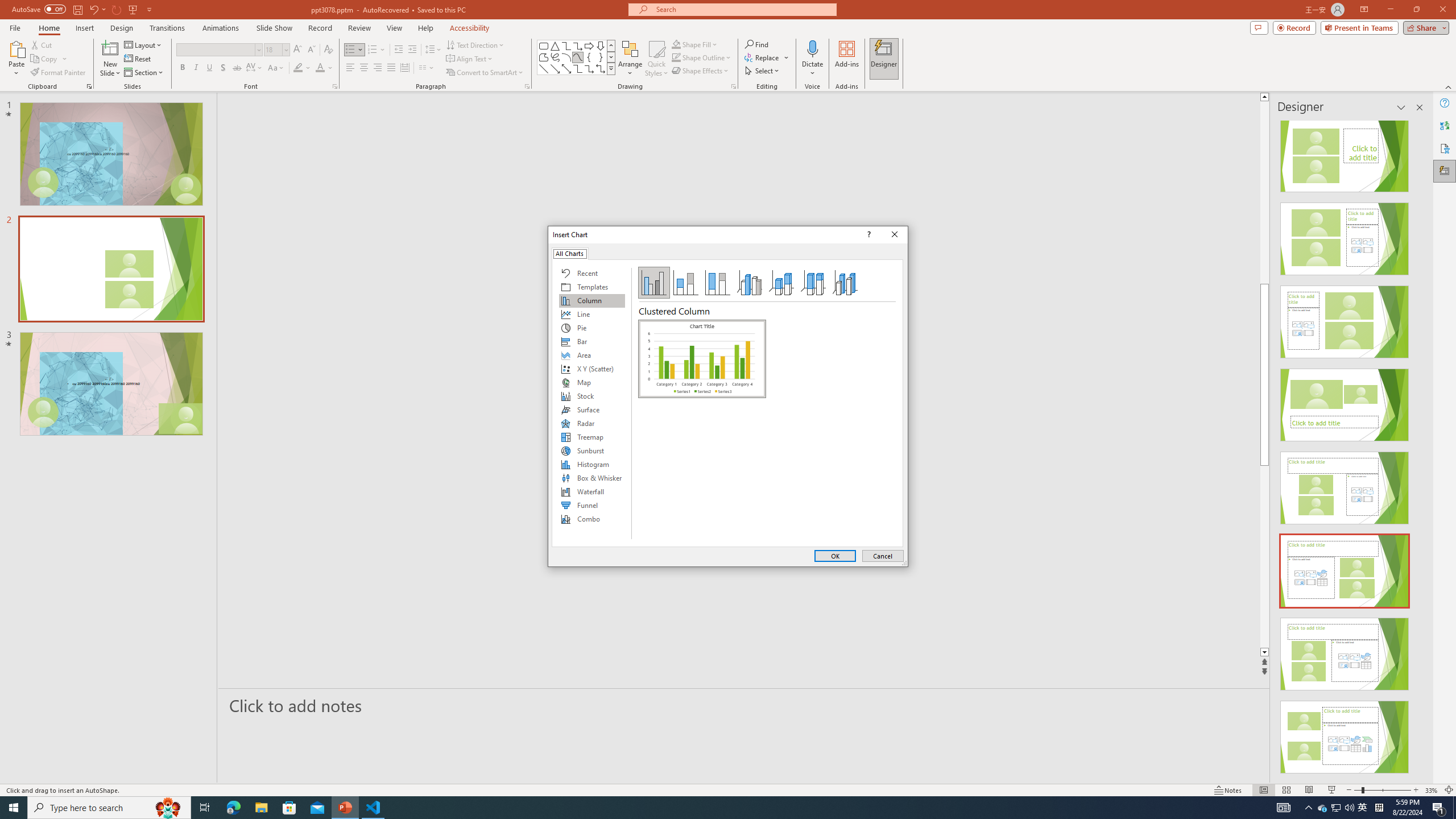 This screenshot has width=1456, height=819. I want to click on 'Context help', so click(867, 234).